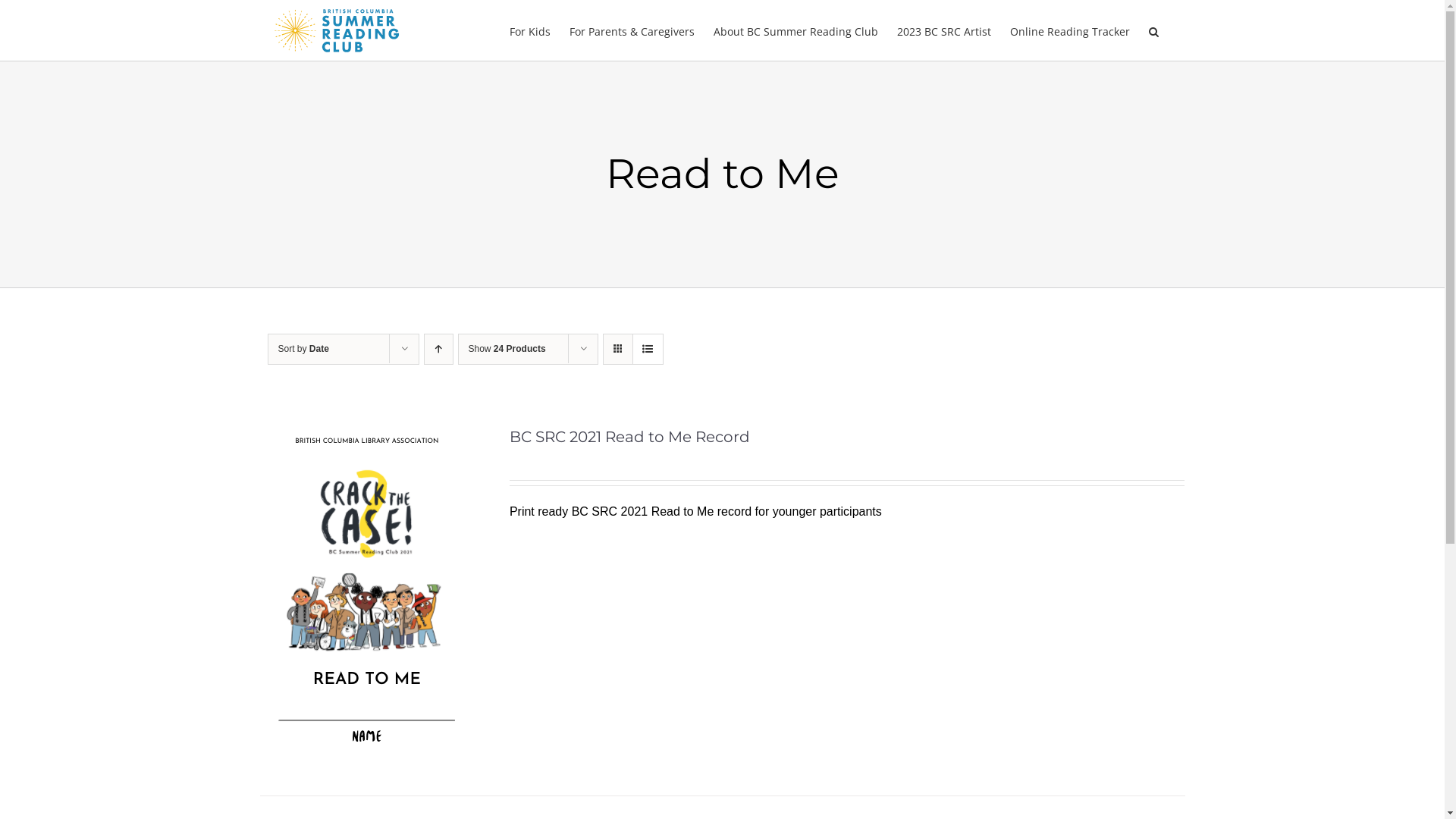 The image size is (1456, 819). Describe the element at coordinates (303, 348) in the screenshot. I see `'Sort by Date'` at that location.